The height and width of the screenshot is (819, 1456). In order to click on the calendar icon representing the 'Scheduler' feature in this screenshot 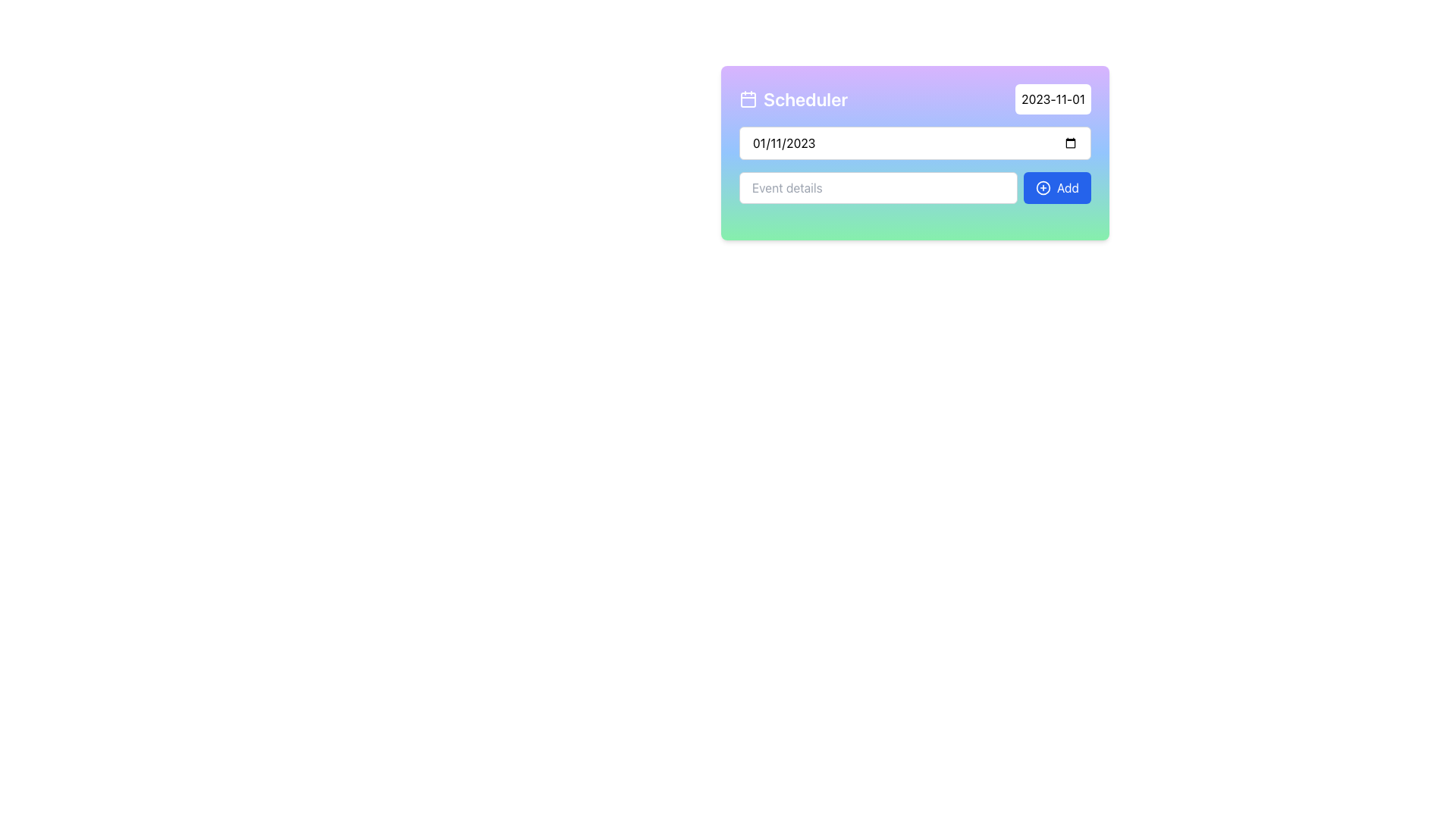, I will do `click(748, 99)`.